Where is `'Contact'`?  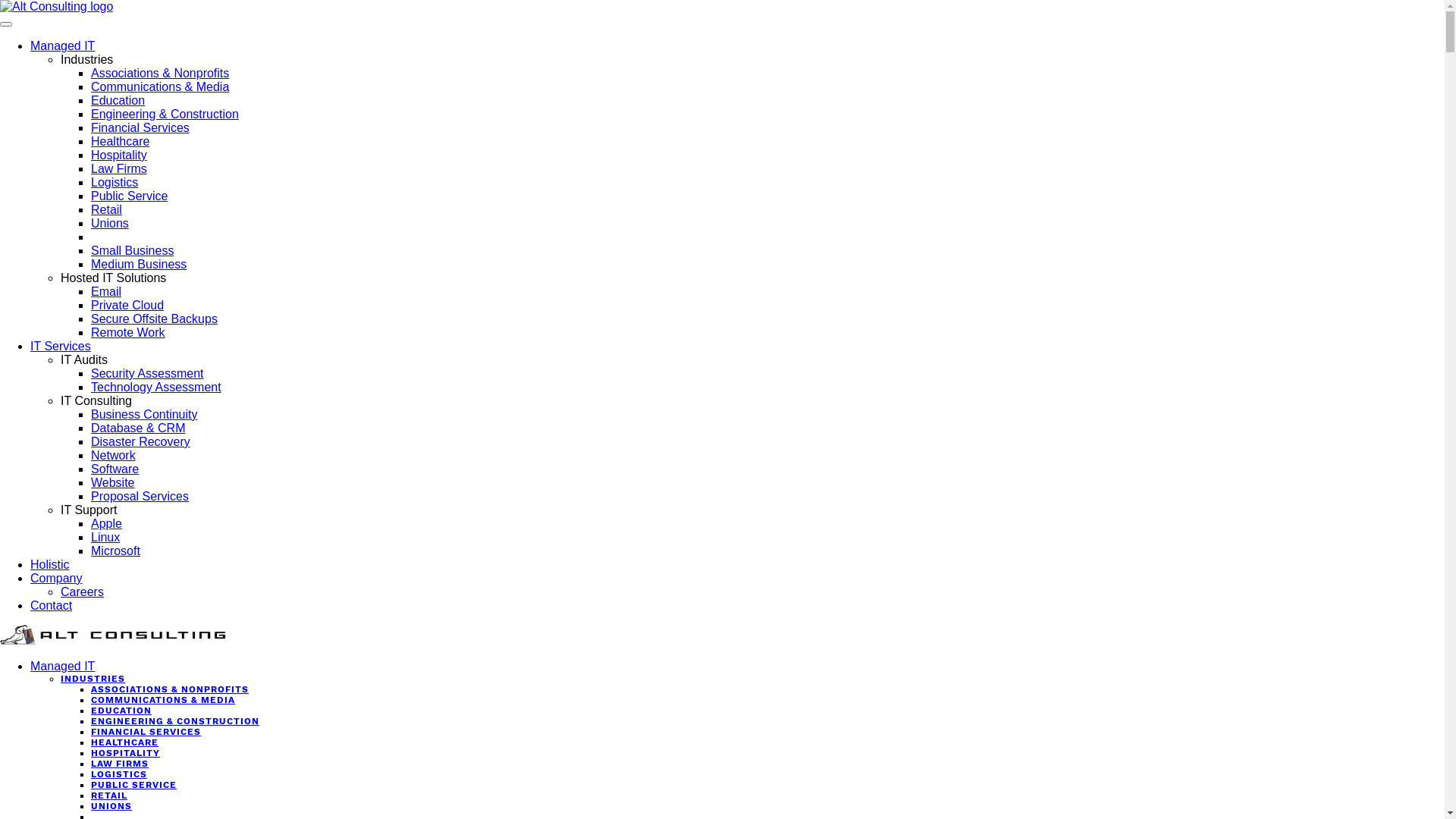 'Contact' is located at coordinates (30, 604).